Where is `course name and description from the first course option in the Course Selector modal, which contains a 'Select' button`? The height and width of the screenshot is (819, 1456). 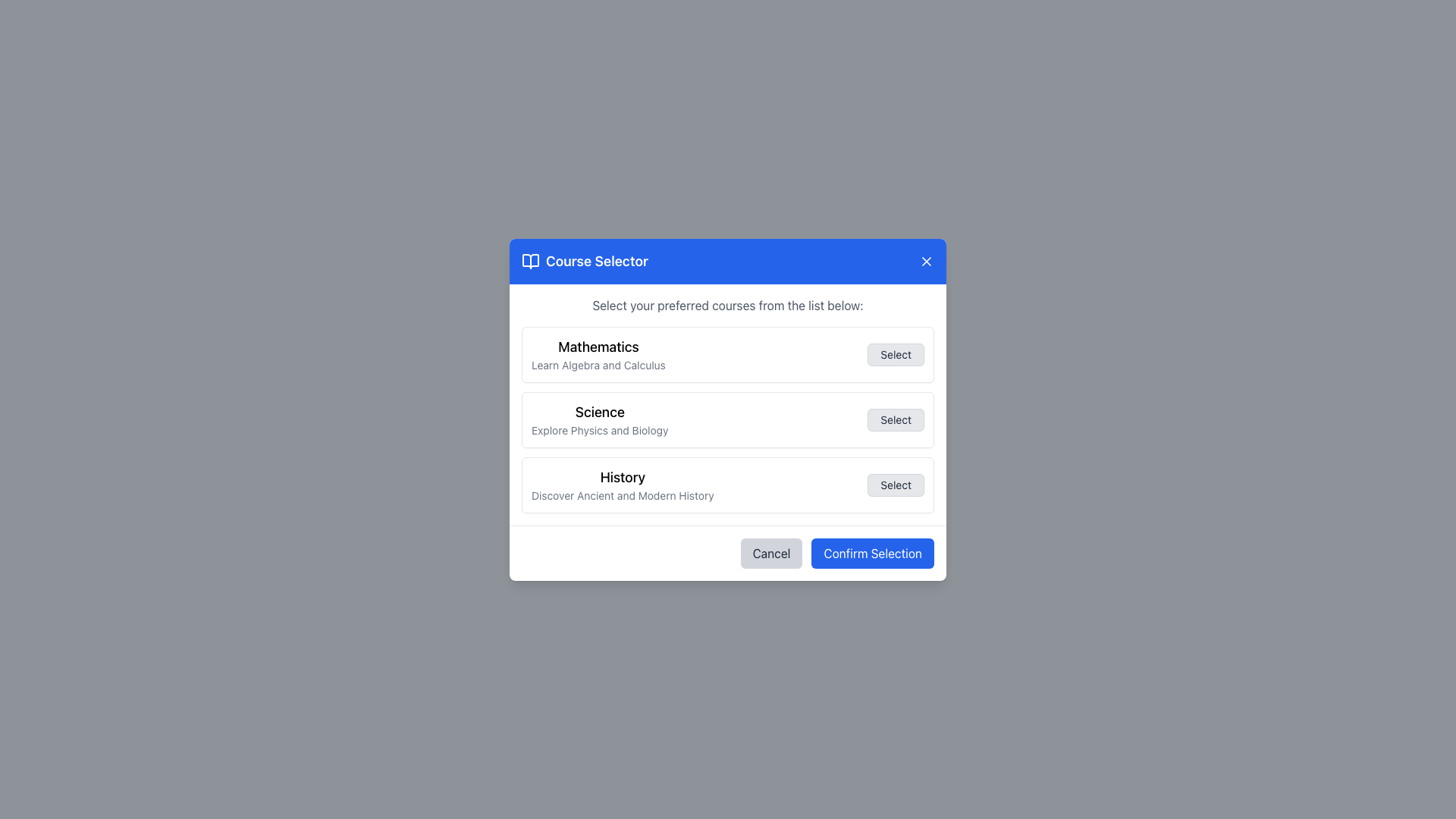
course name and description from the first course option in the Course Selector modal, which contains a 'Select' button is located at coordinates (728, 354).